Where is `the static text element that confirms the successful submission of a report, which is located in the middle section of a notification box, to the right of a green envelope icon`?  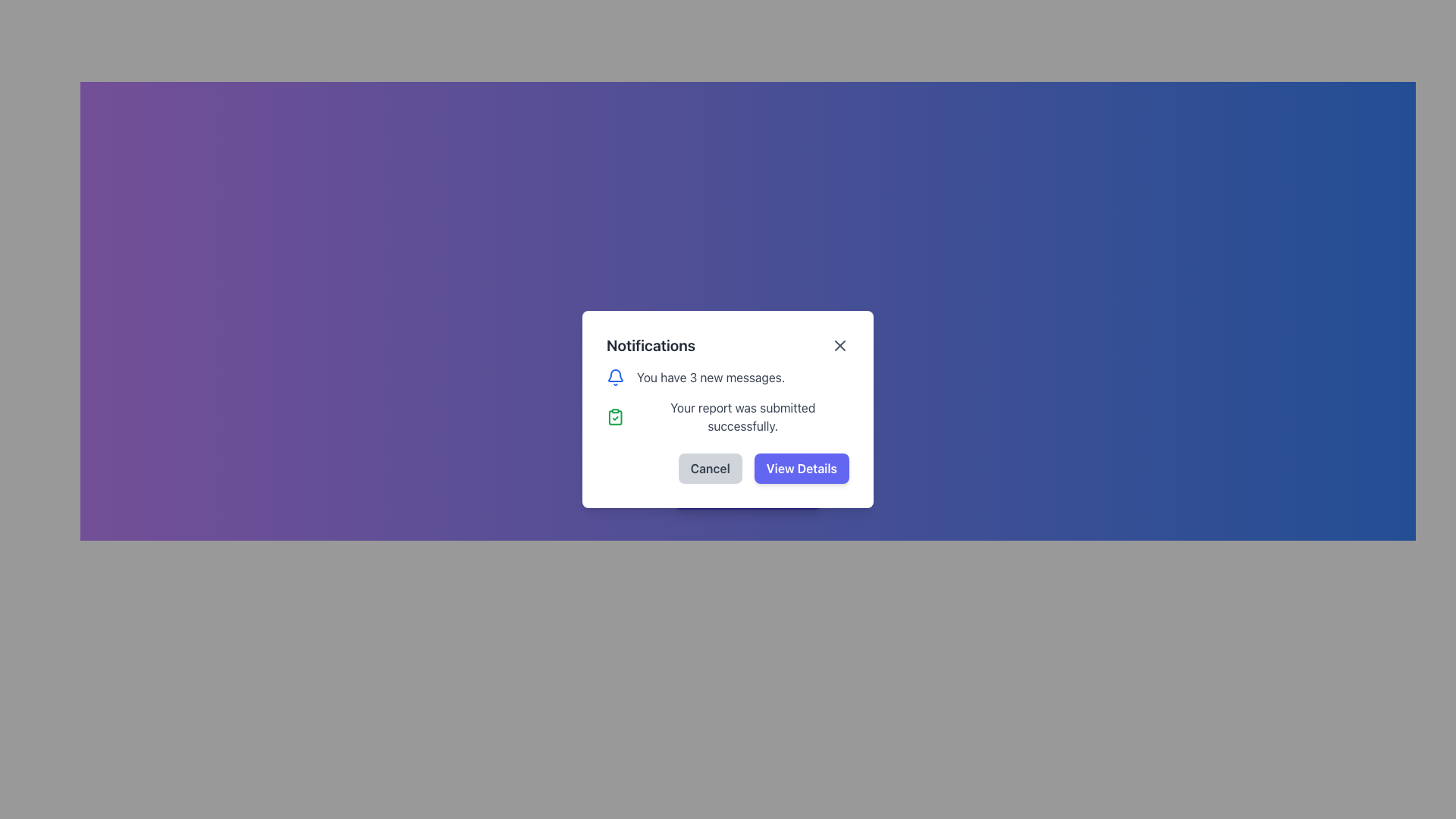
the static text element that confirms the successful submission of a report, which is located in the middle section of a notification box, to the right of a green envelope icon is located at coordinates (742, 417).